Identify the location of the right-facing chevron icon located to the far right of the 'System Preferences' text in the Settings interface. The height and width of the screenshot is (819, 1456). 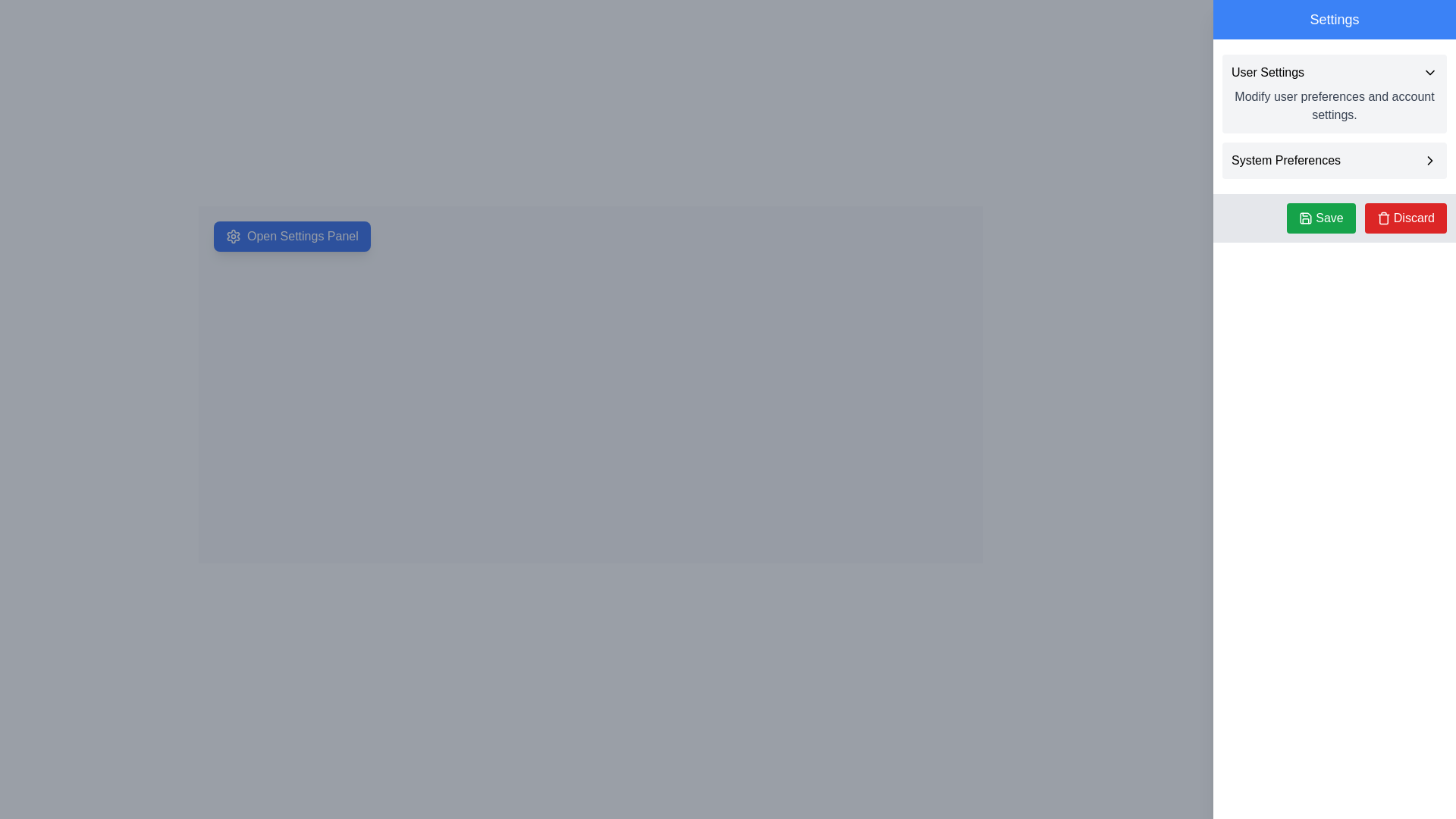
(1429, 161).